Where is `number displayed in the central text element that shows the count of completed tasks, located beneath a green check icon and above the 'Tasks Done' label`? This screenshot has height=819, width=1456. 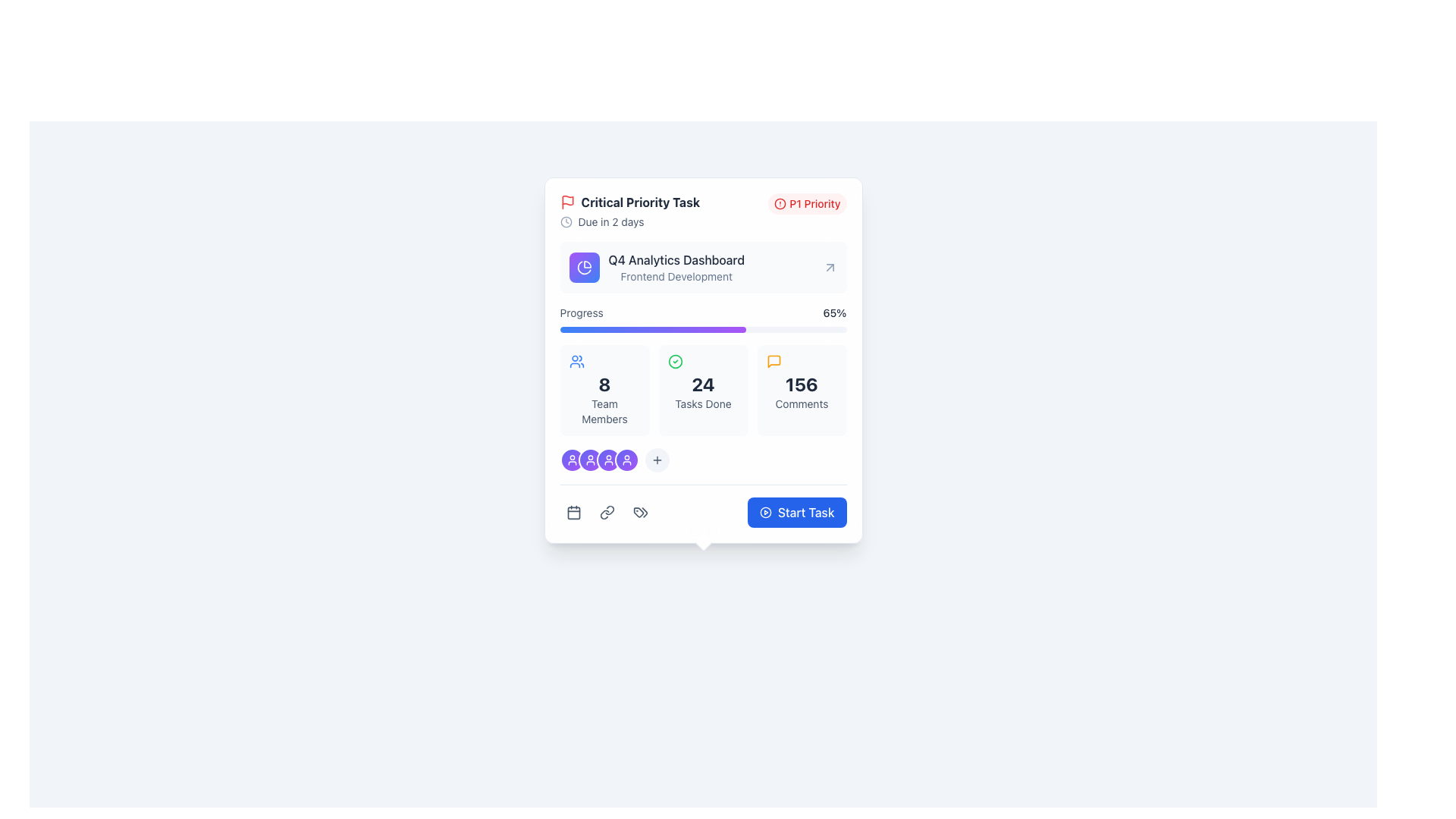 number displayed in the central text element that shows the count of completed tasks, located beneath a green check icon and above the 'Tasks Done' label is located at coordinates (702, 383).